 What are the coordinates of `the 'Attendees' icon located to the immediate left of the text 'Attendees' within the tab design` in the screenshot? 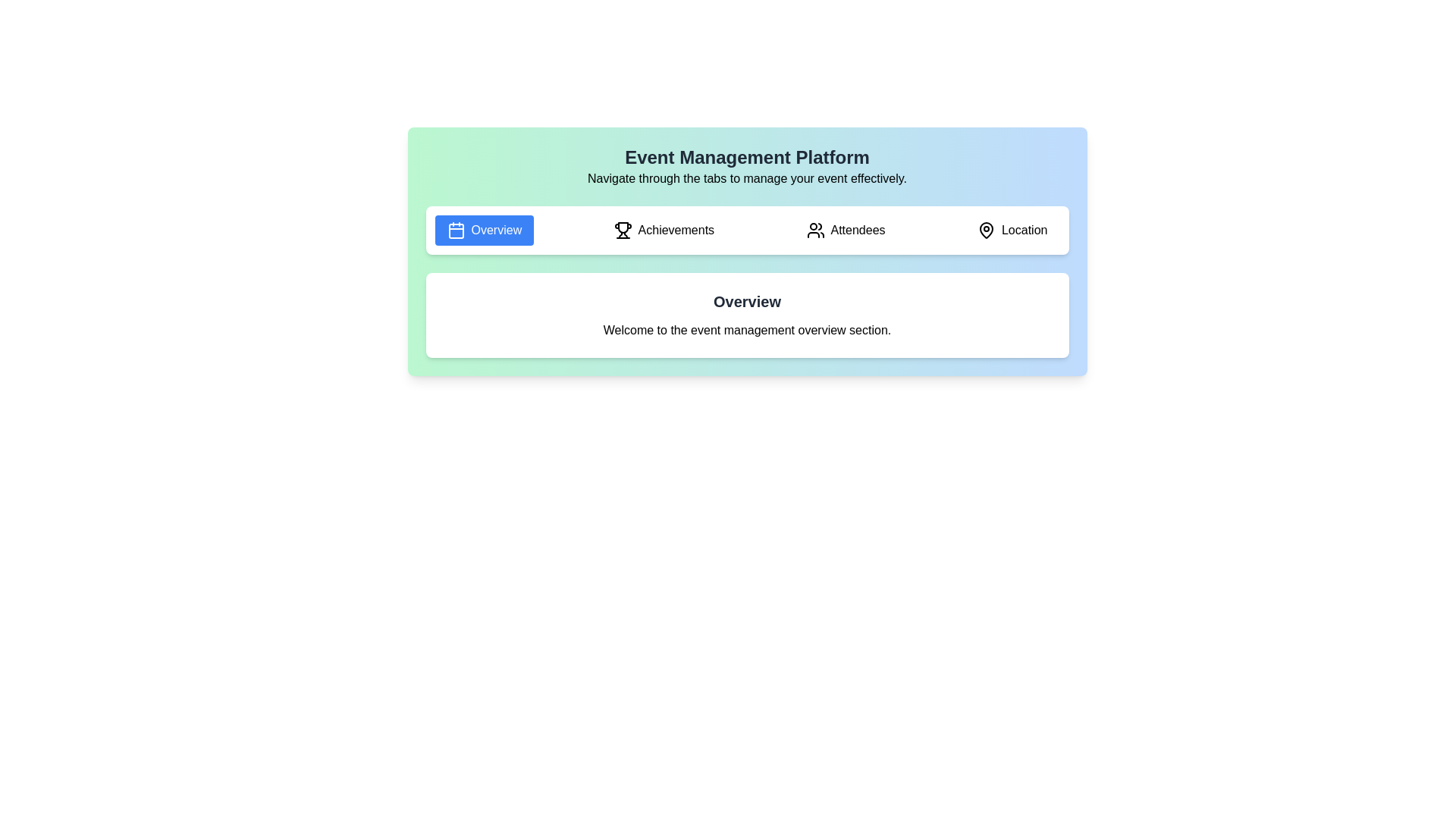 It's located at (814, 231).